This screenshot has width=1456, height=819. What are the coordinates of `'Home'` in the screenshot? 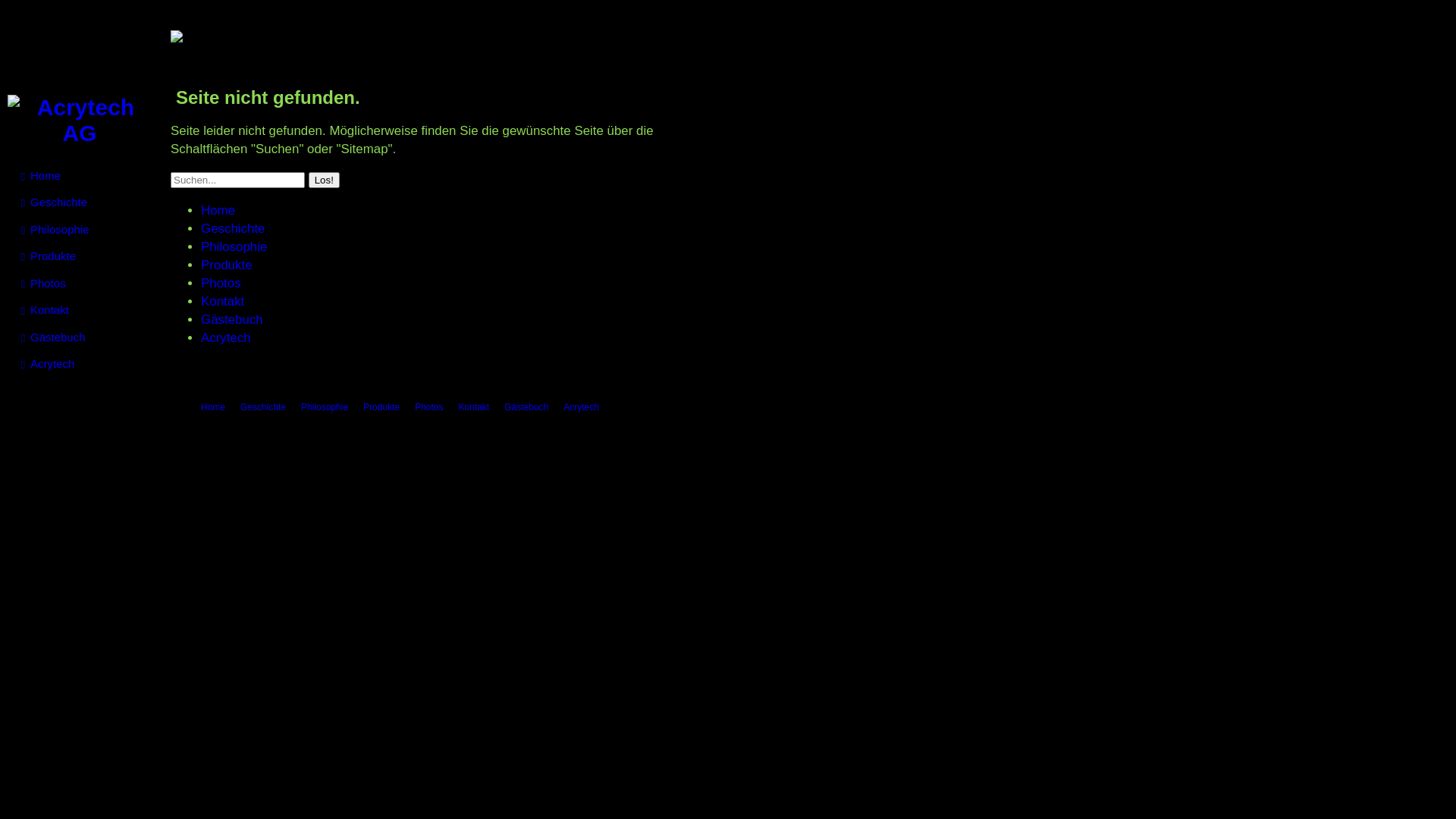 It's located at (212, 406).